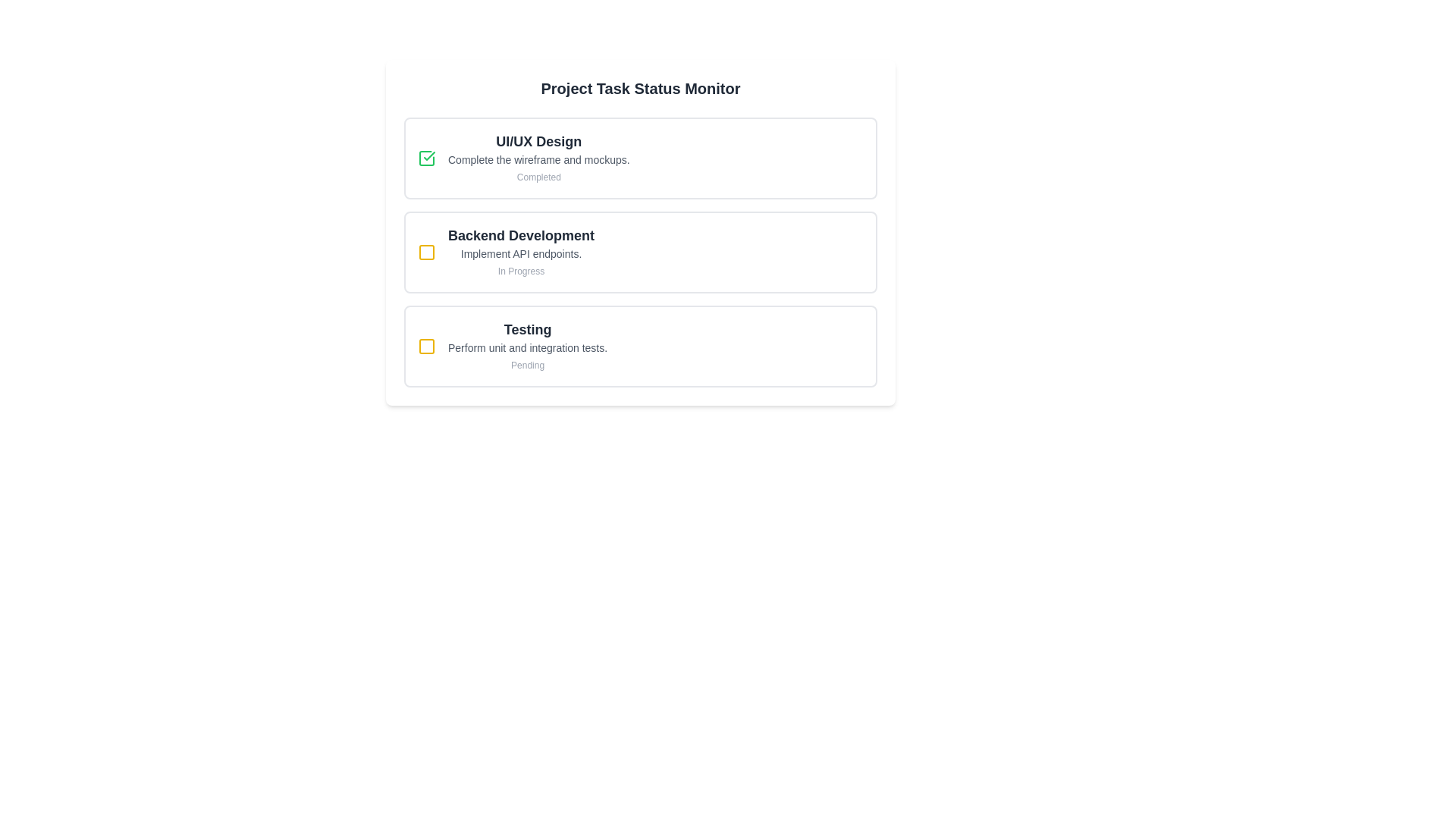 The height and width of the screenshot is (819, 1456). Describe the element at coordinates (521, 253) in the screenshot. I see `text label that describes the task or item within the 'Backend Development' section, positioned below the title and above the 'In Progress' label` at that location.